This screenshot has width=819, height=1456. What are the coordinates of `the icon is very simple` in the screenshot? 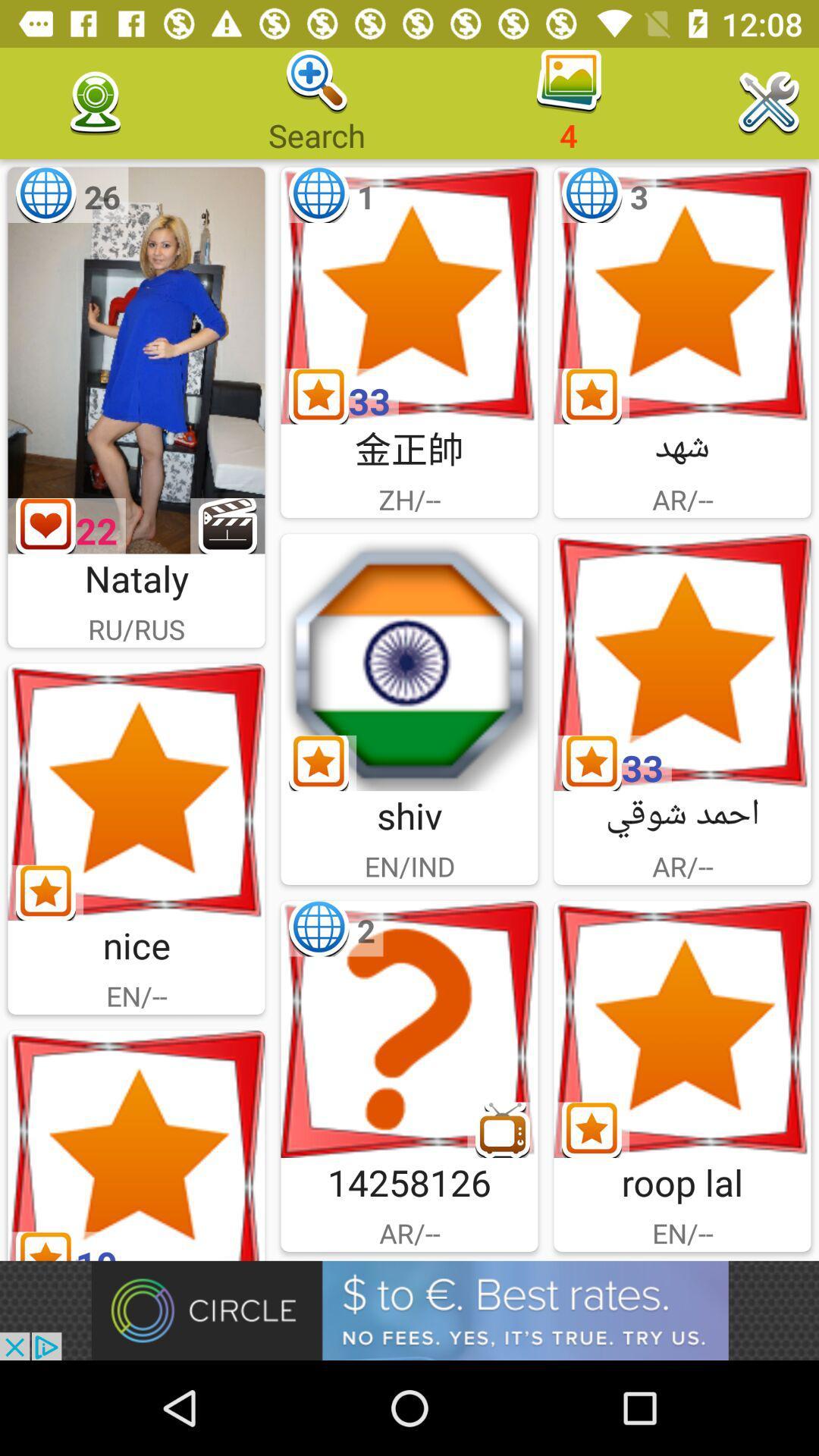 It's located at (409, 662).